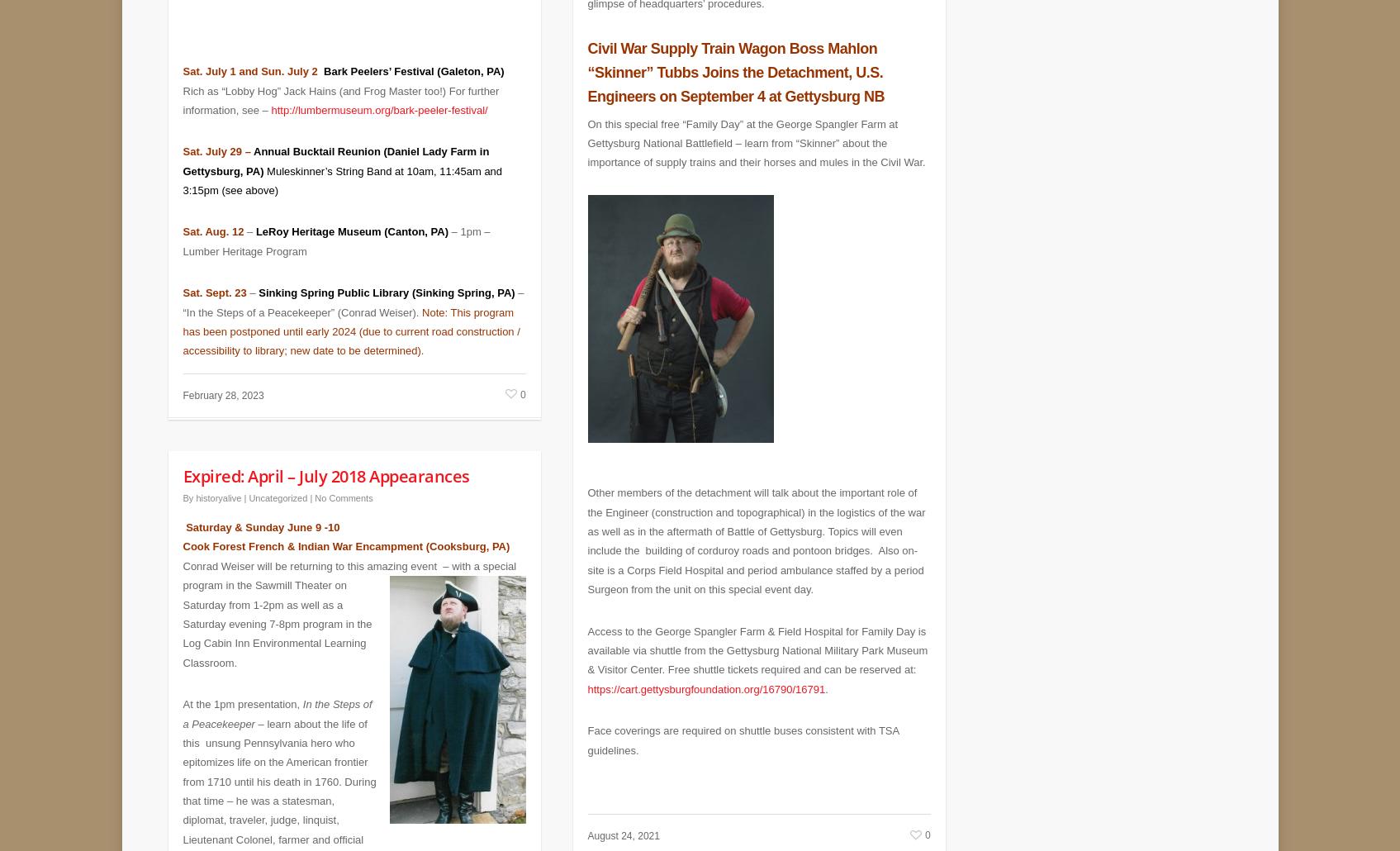 The width and height of the screenshot is (1400, 851). What do you see at coordinates (353, 290) in the screenshot?
I see `'– “In the Steps of a Peacekeeper” (Conrad Weiser).'` at bounding box center [353, 290].